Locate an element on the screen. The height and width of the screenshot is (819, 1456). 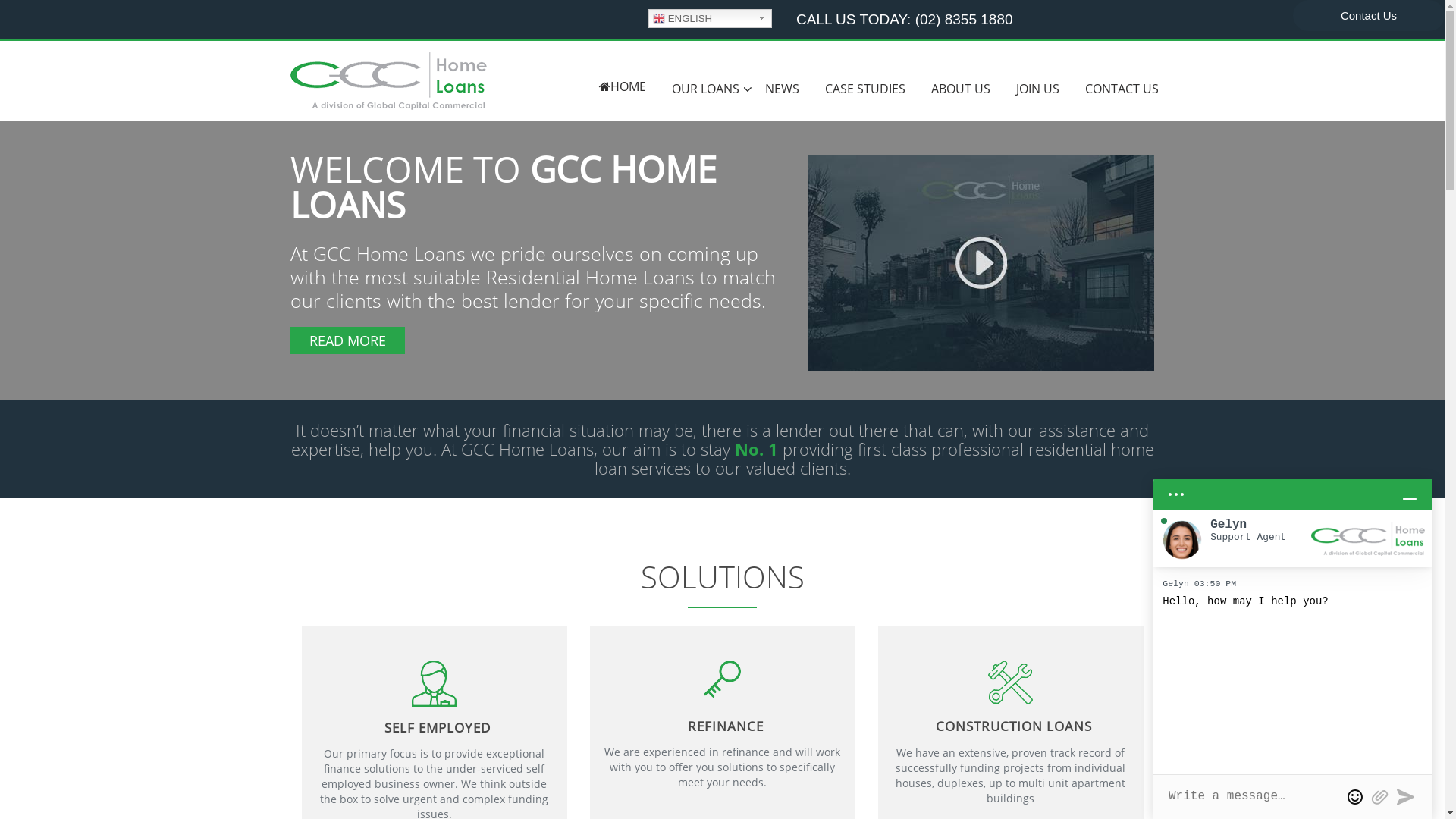
'CONTACT US' is located at coordinates (1122, 89).